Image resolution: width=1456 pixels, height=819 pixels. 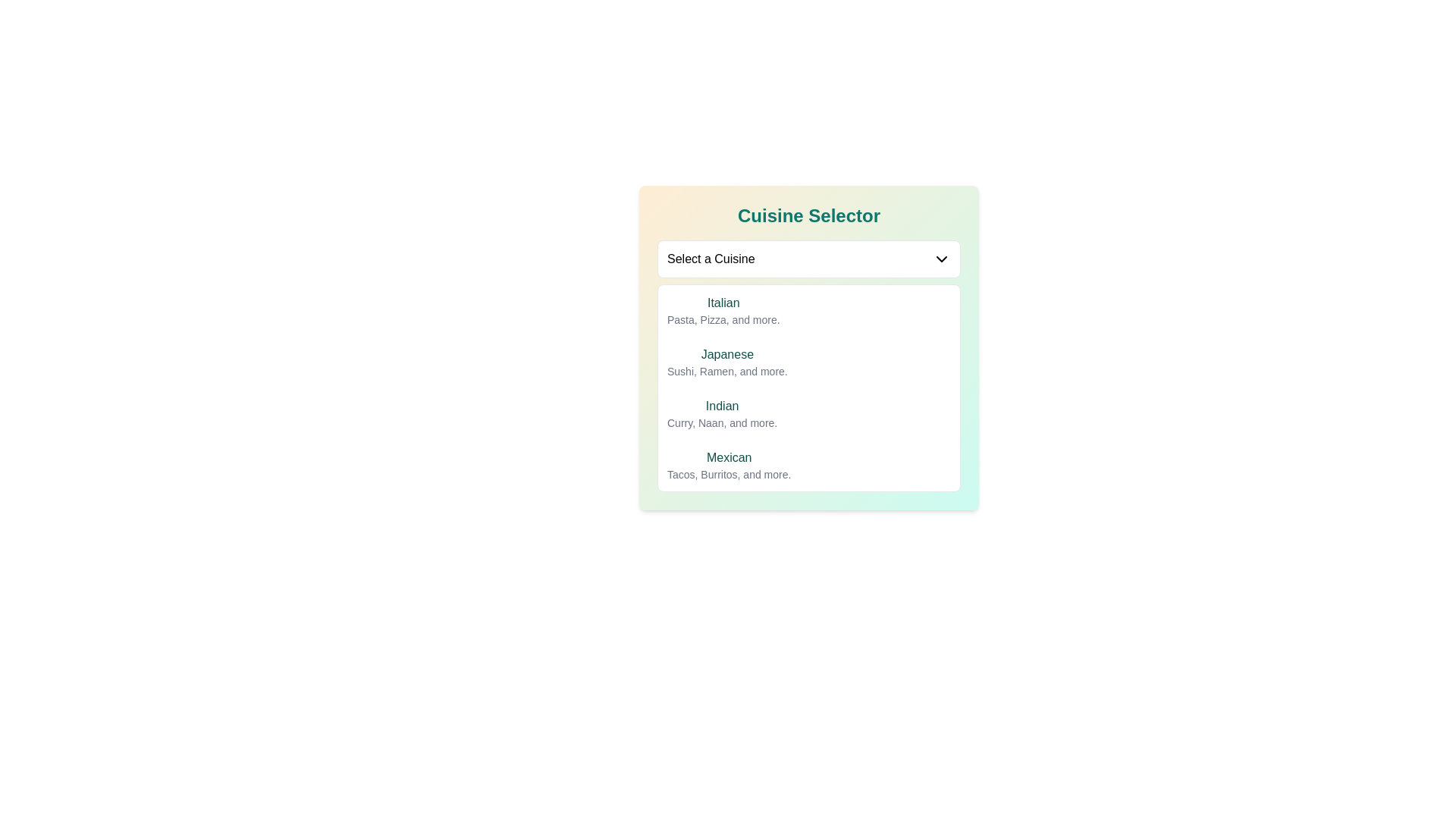 What do you see at coordinates (723, 303) in the screenshot?
I see `the static text element displaying 'Italian' in the dropdown list under the 'Cuisine Selector' header` at bounding box center [723, 303].